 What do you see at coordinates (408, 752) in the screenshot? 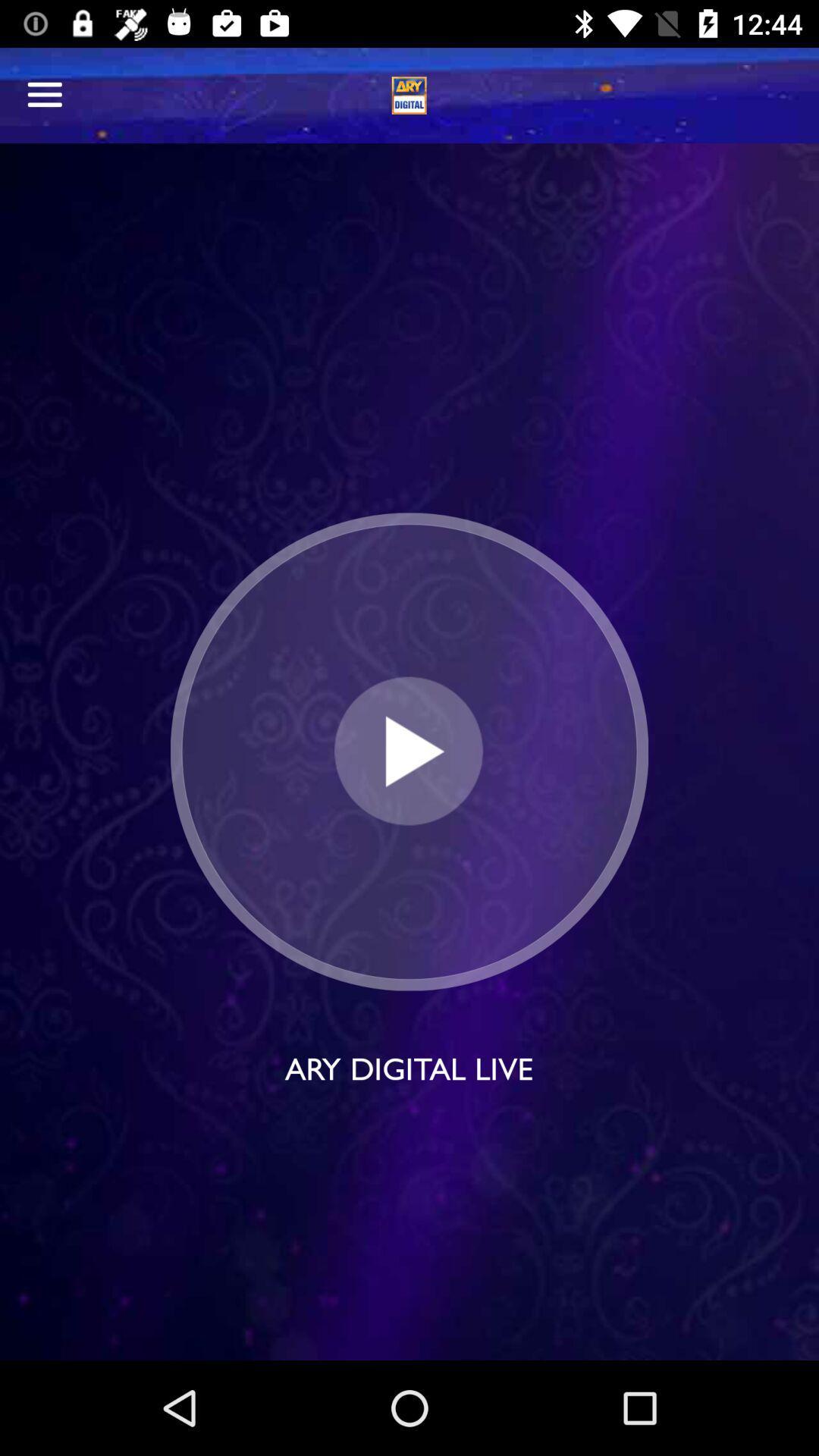
I see `button` at bounding box center [408, 752].